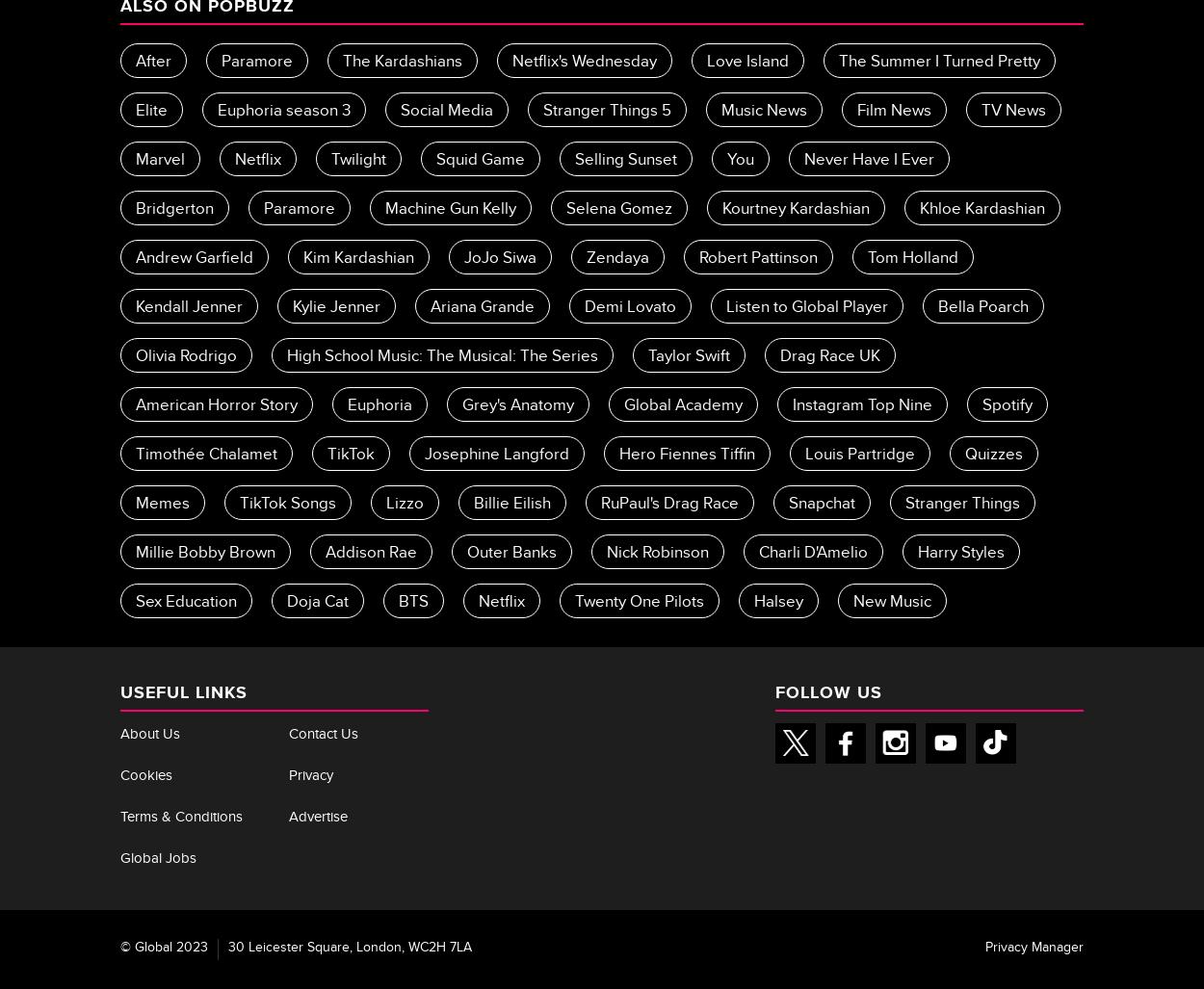 Image resolution: width=1204 pixels, height=989 pixels. I want to click on 'Useful Links', so click(183, 690).